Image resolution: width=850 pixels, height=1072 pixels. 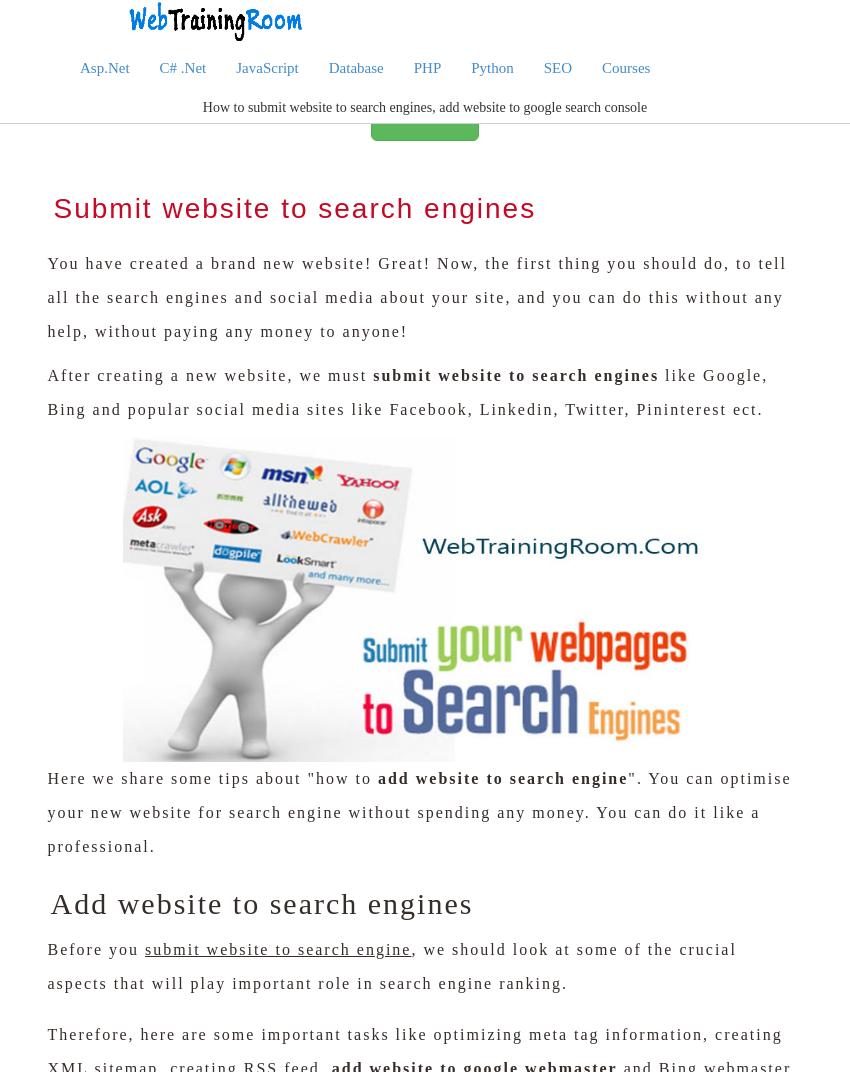 I want to click on 'You have created a brand new website! Great! Now, the first thing you should do, to tell all the search engines and social media about your site, and you can do this without any help, without paying any money to anyone!', so click(x=416, y=295).